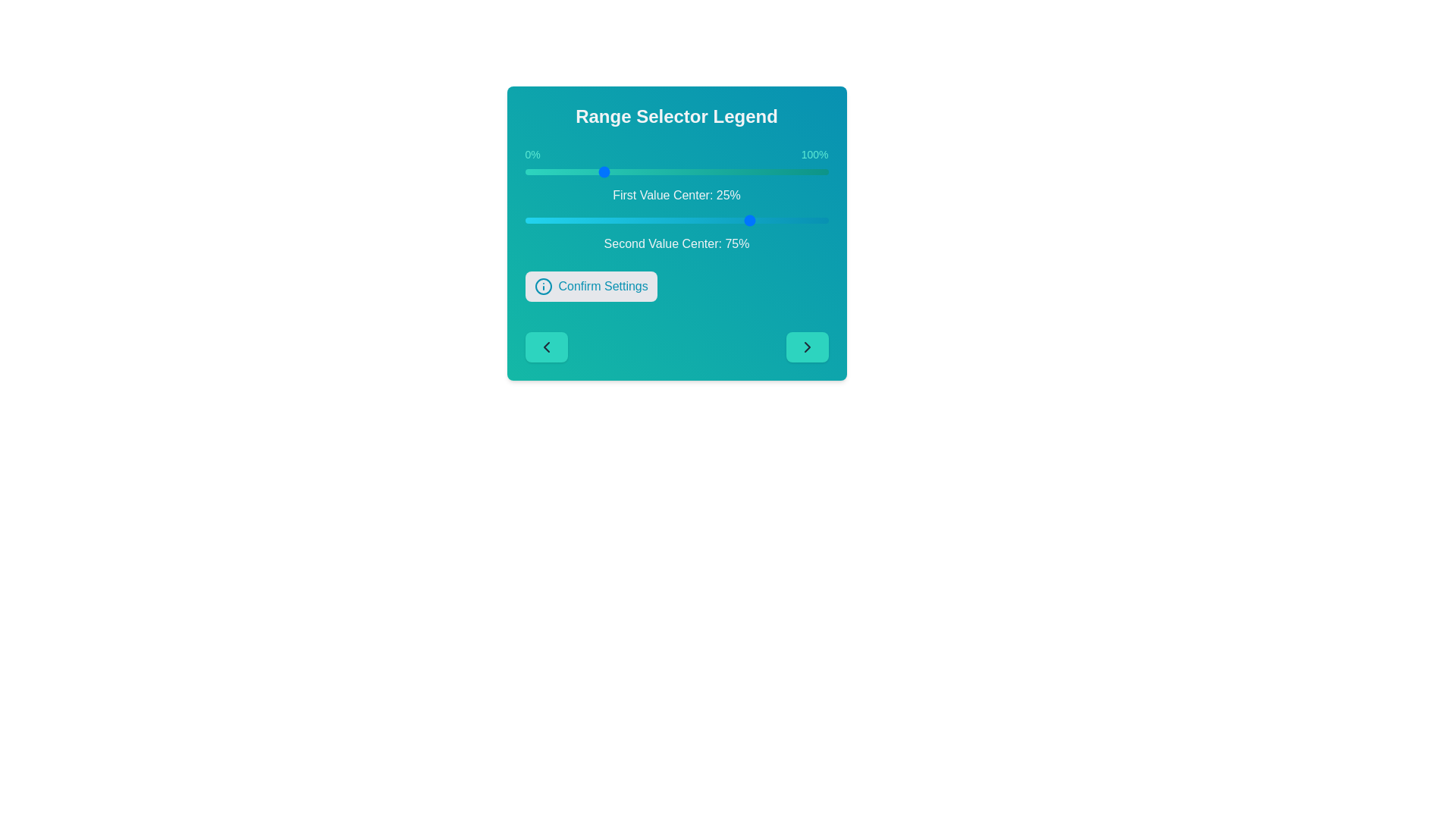 The width and height of the screenshot is (1456, 819). What do you see at coordinates (676, 243) in the screenshot?
I see `the text label displaying 'Second Value Center: 75%' which is styled with centered text alignment and positioned in a teal-colored context, located beneath the second range slider` at bounding box center [676, 243].